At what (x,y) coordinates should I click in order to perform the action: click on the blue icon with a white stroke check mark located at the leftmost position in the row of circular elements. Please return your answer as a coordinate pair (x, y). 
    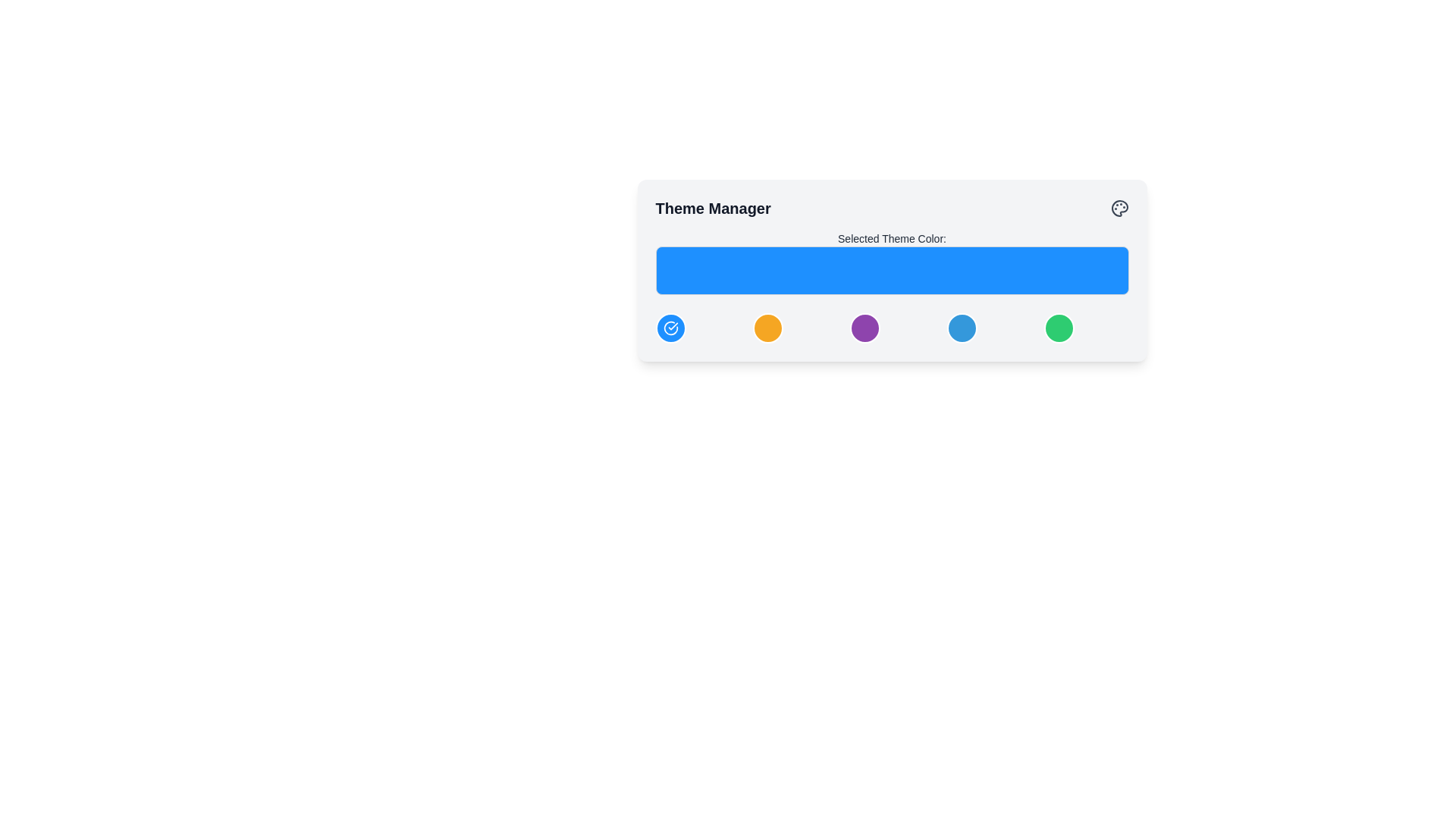
    Looking at the image, I should click on (670, 327).